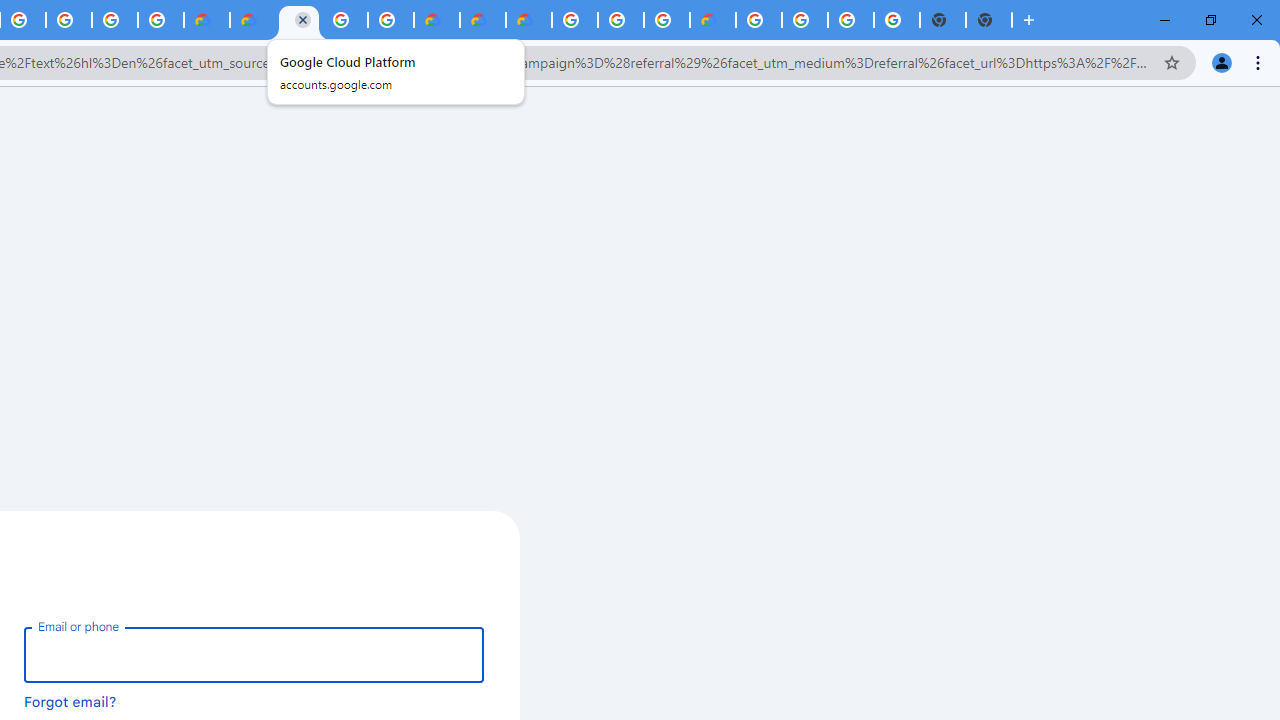 This screenshot has height=720, width=1280. Describe the element at coordinates (528, 20) in the screenshot. I see `'Google Cloud Estimate Summary'` at that location.